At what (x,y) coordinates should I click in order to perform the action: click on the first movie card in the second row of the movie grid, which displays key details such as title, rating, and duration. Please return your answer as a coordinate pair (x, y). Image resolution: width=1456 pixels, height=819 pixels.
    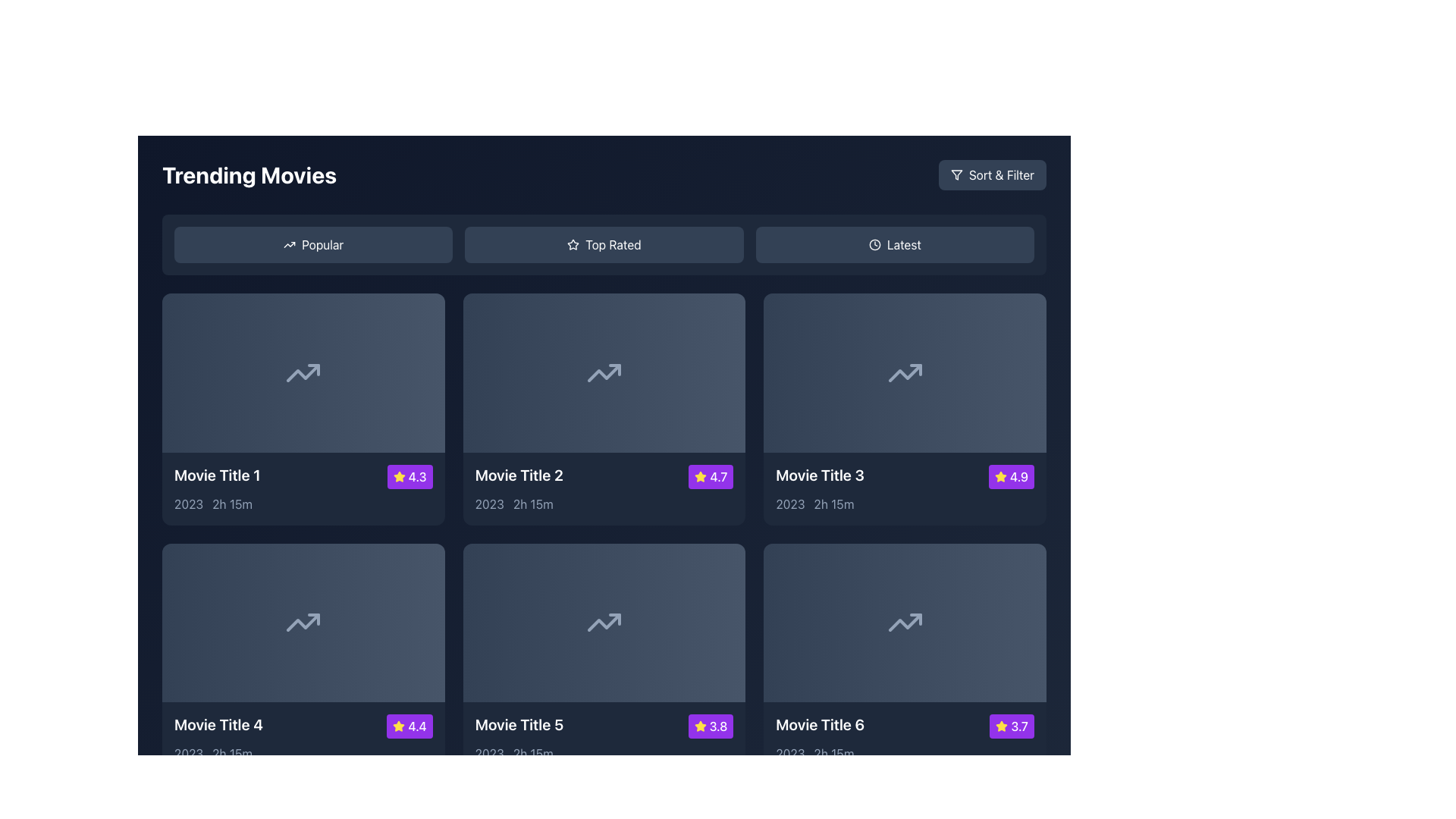
    Looking at the image, I should click on (303, 738).